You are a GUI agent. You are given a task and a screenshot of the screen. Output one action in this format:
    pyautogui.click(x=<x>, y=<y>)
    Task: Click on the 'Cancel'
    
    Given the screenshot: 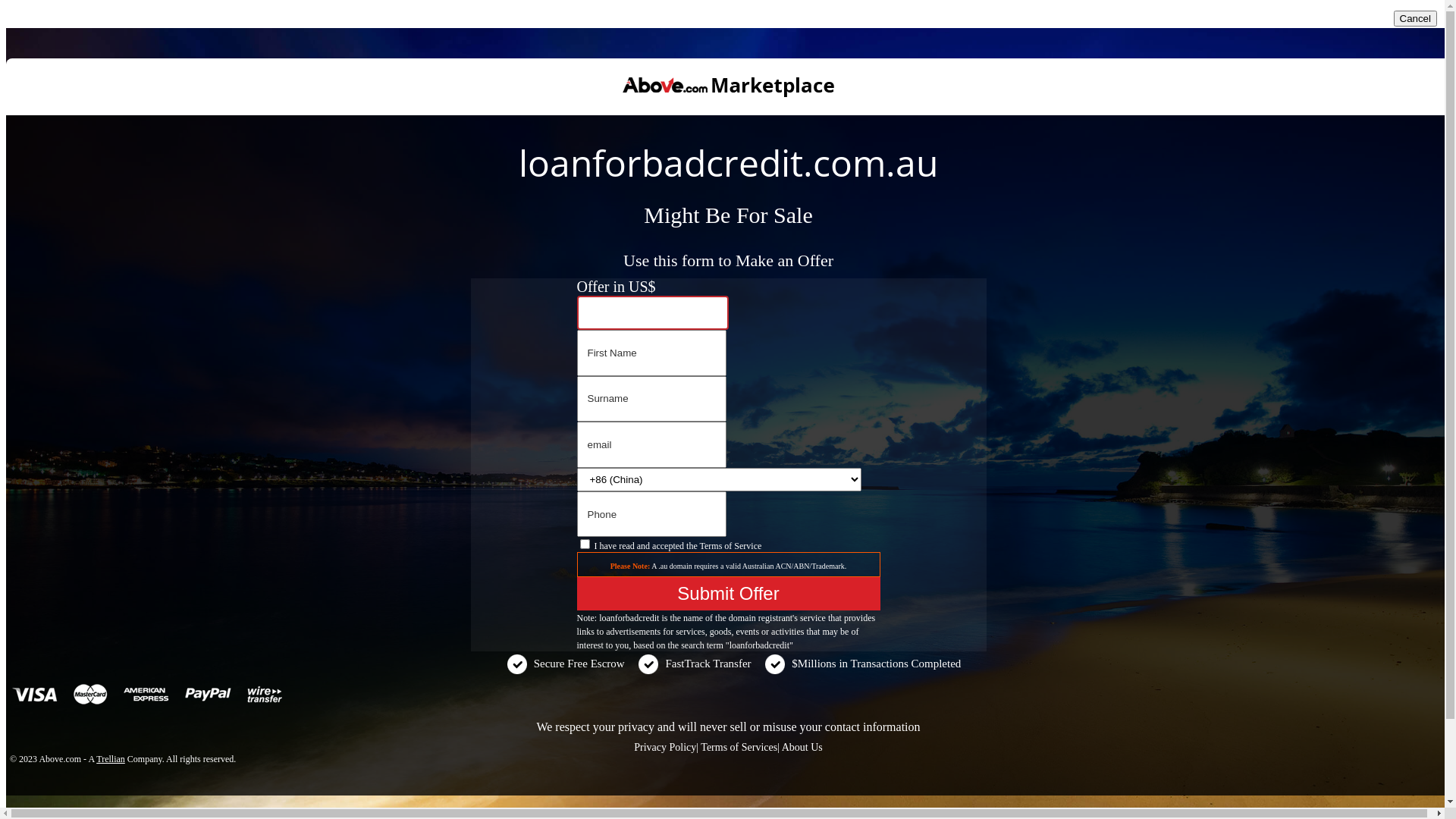 What is the action you would take?
    pyautogui.click(x=1415, y=18)
    